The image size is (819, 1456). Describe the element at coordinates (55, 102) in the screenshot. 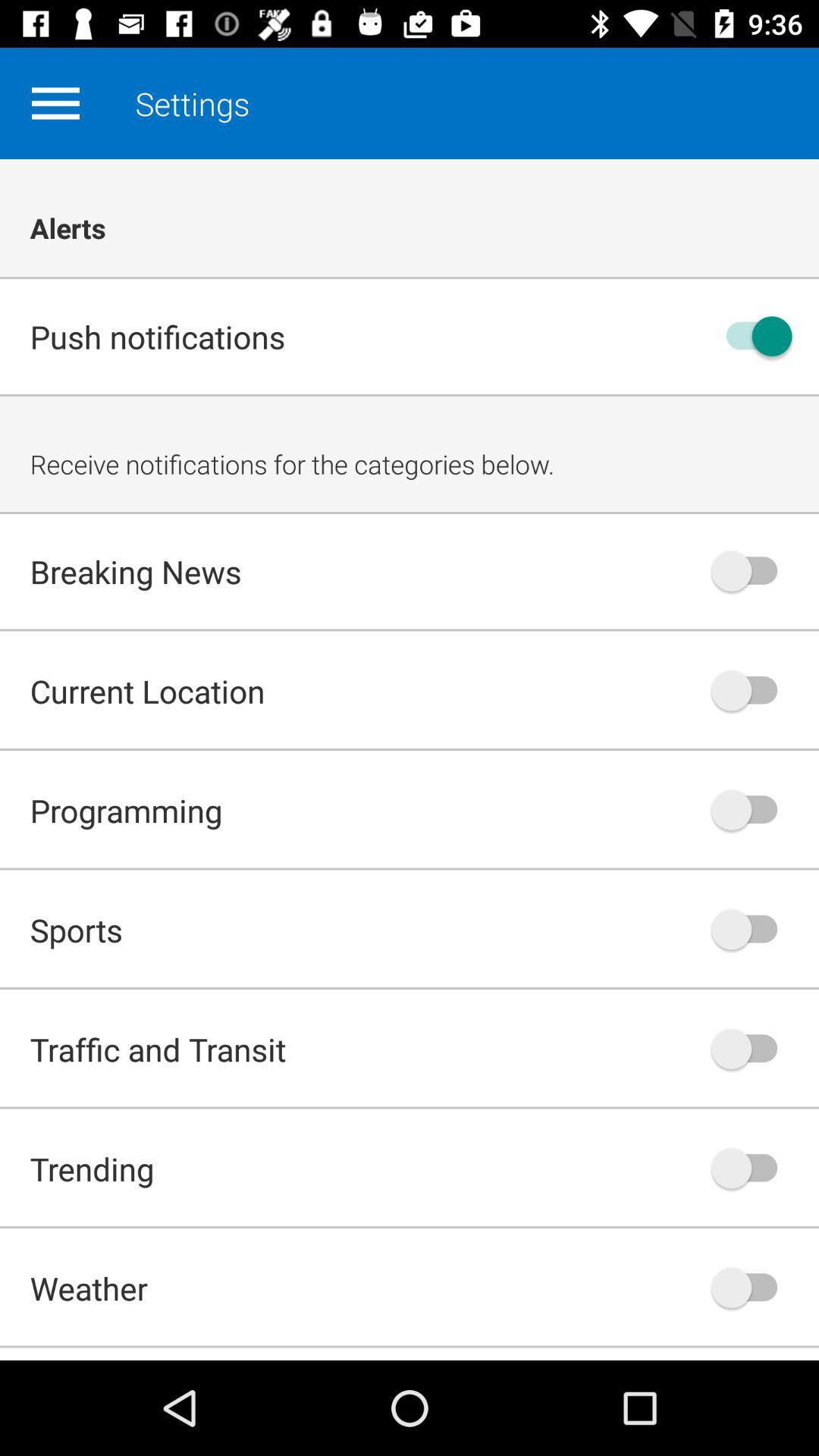

I see `brings up options` at that location.